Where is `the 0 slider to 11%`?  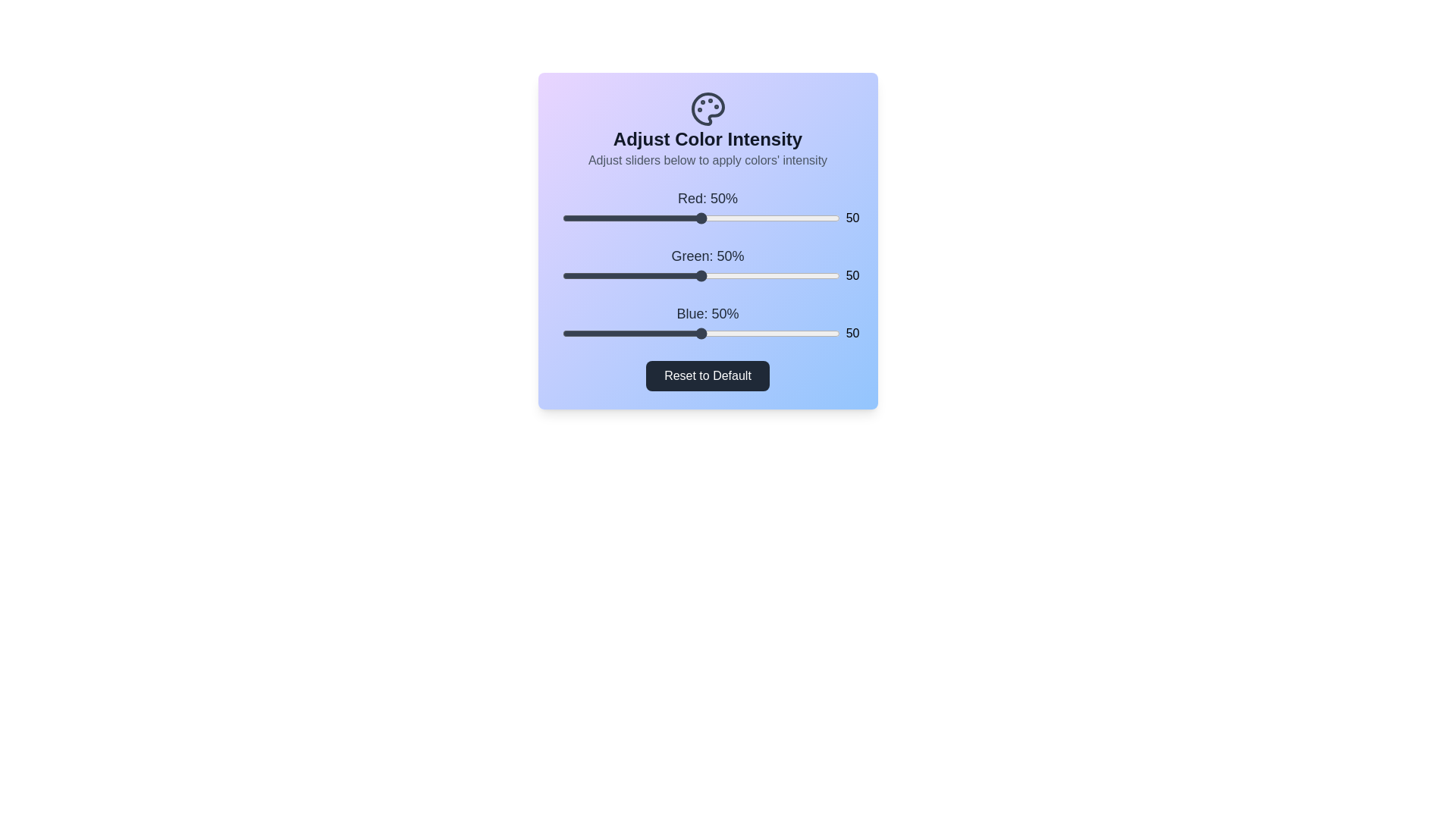
the 0 slider to 11% is located at coordinates (591, 218).